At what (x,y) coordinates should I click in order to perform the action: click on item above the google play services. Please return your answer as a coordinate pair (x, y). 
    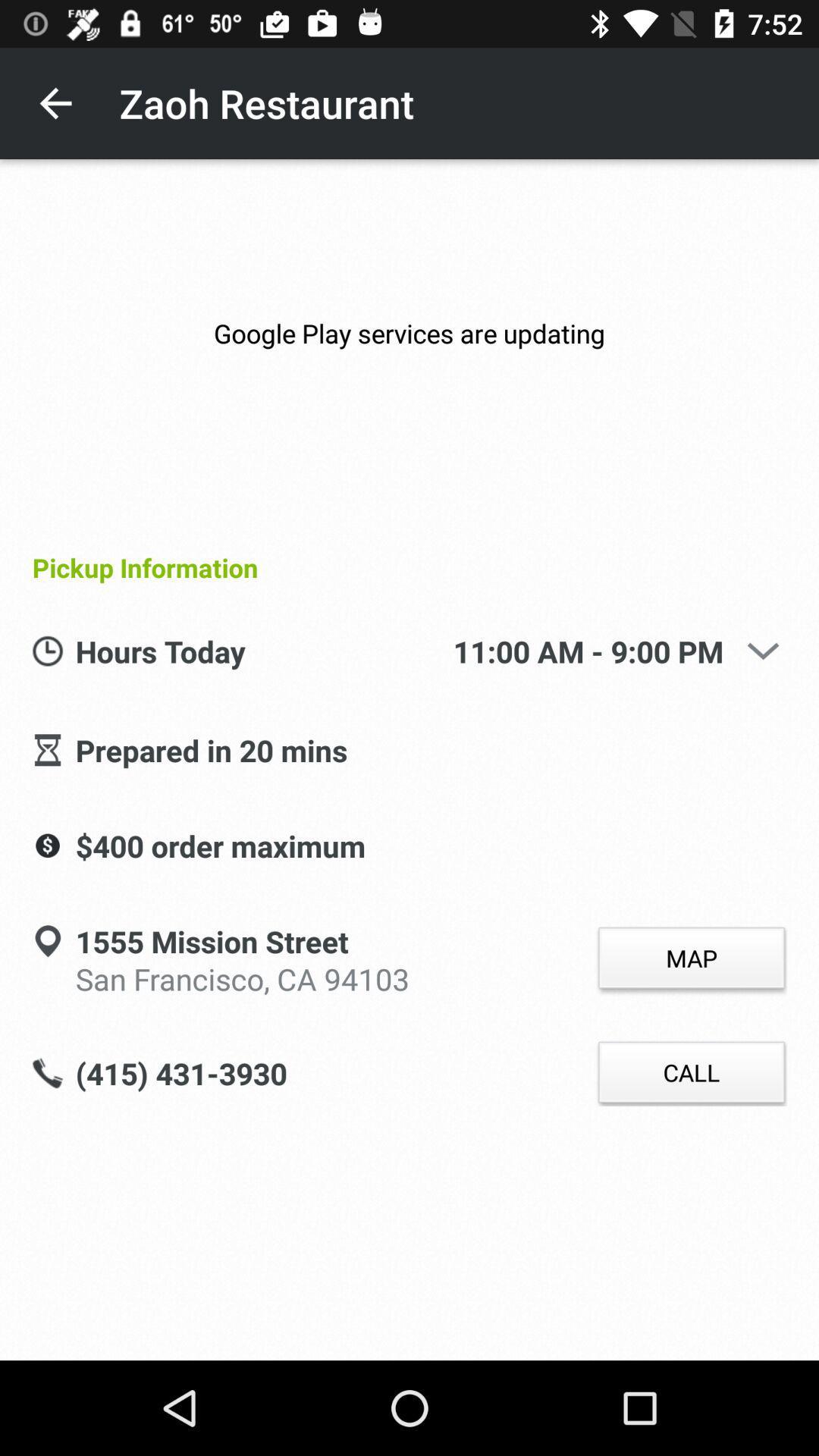
    Looking at the image, I should click on (55, 102).